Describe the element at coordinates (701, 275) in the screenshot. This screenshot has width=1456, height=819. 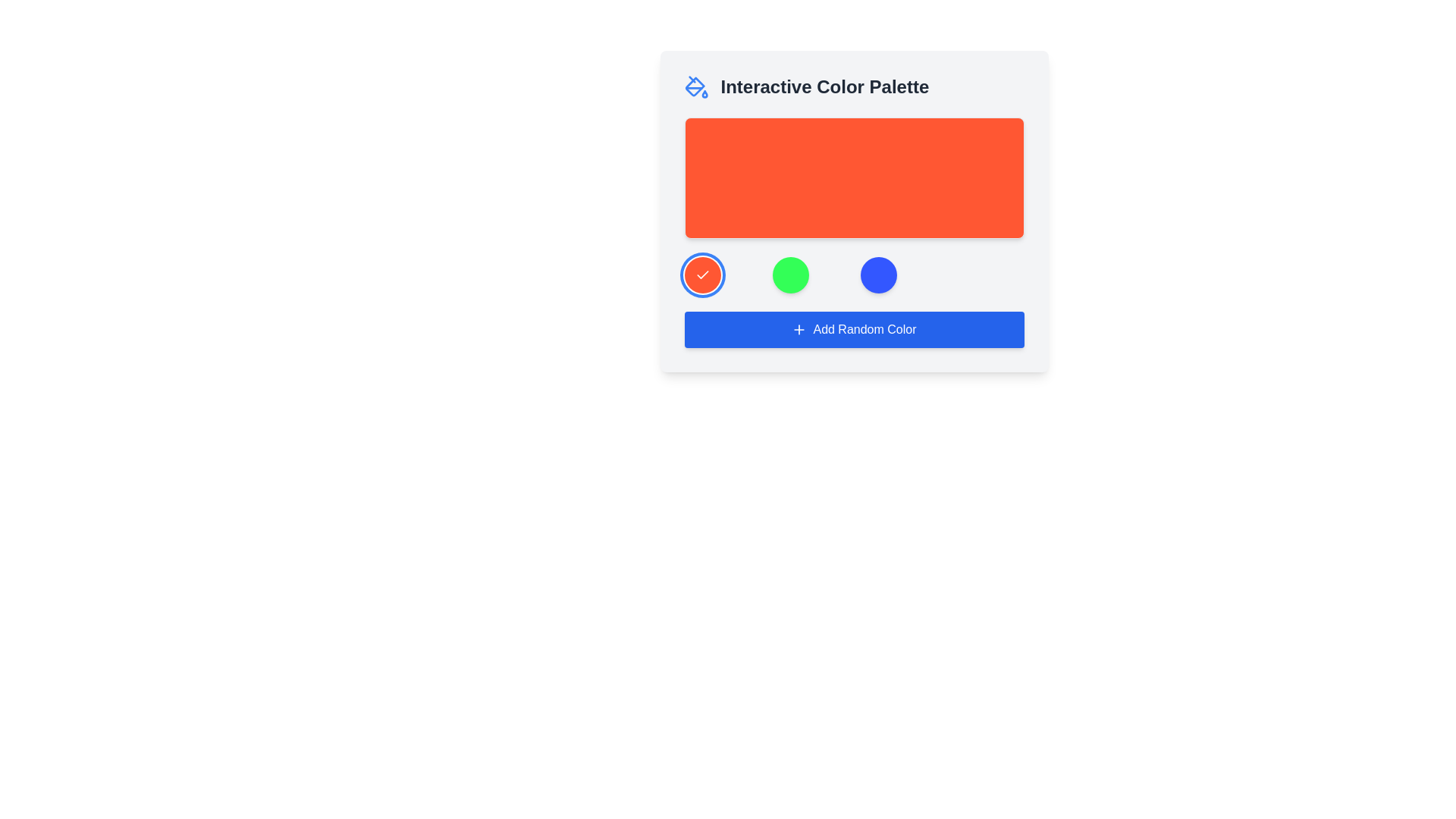
I see `the checkmark icon within the red circular button located on the leftmost side of the row beneath the large red display area` at that location.